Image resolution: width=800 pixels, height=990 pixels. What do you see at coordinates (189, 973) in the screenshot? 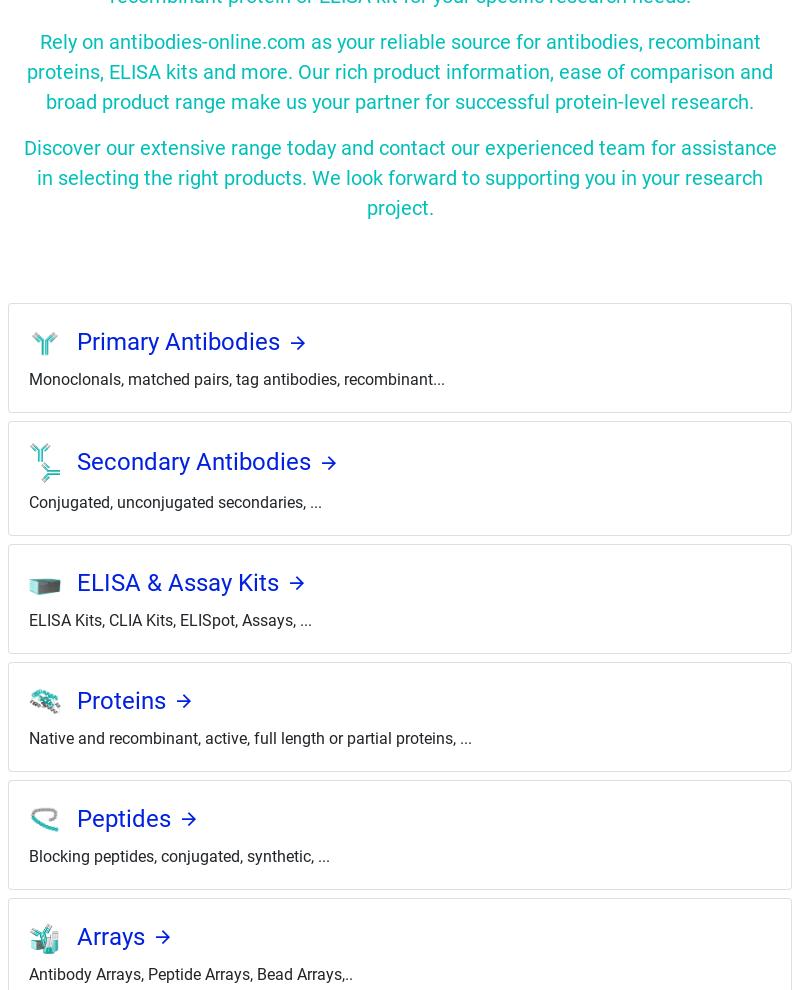
I see `'Antibody Arrays, Peptide Arrays, Bead Arrays,..'` at bounding box center [189, 973].